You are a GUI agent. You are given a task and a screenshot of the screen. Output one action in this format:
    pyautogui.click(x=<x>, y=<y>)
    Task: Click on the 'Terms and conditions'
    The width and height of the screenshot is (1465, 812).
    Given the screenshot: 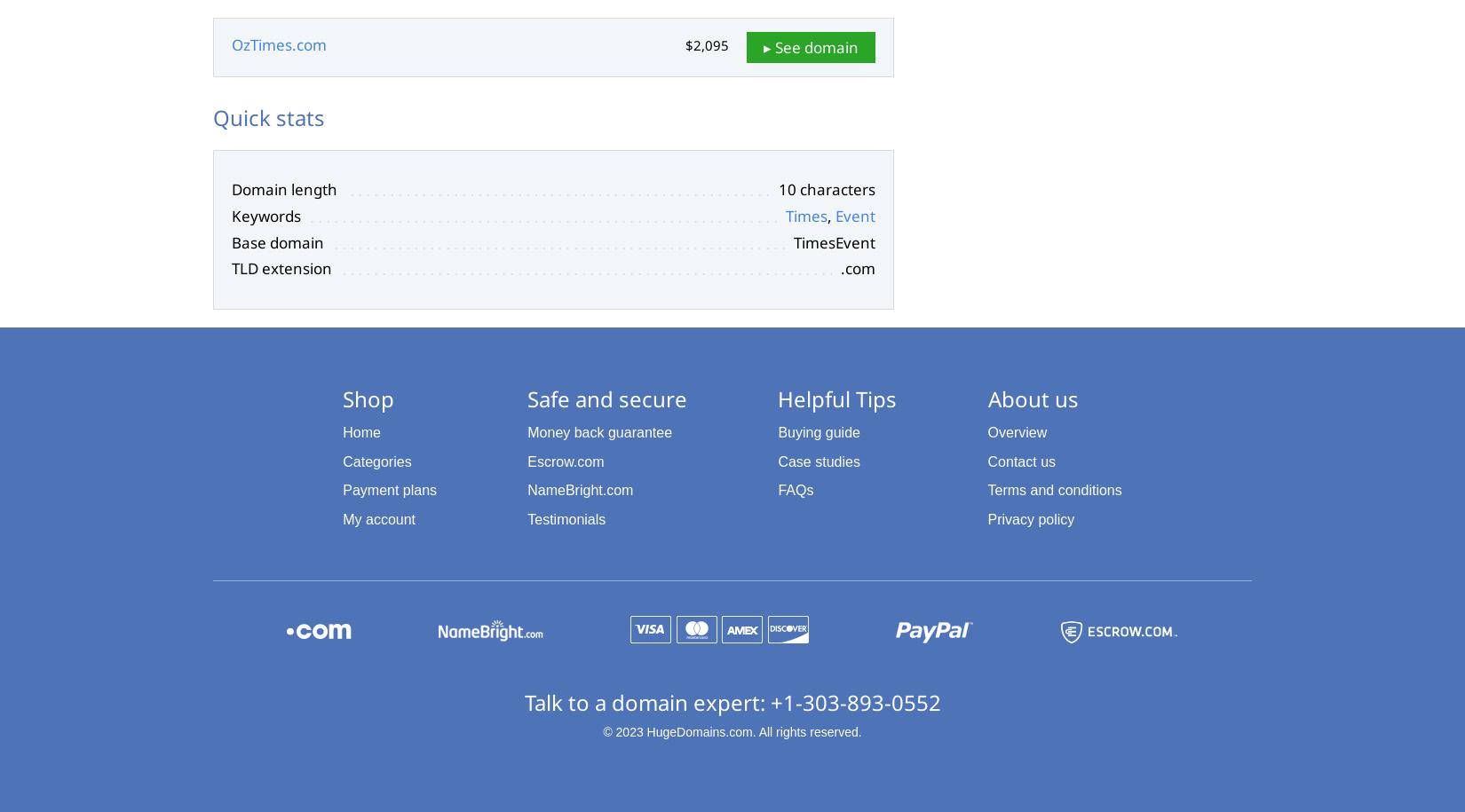 What is the action you would take?
    pyautogui.click(x=1054, y=490)
    